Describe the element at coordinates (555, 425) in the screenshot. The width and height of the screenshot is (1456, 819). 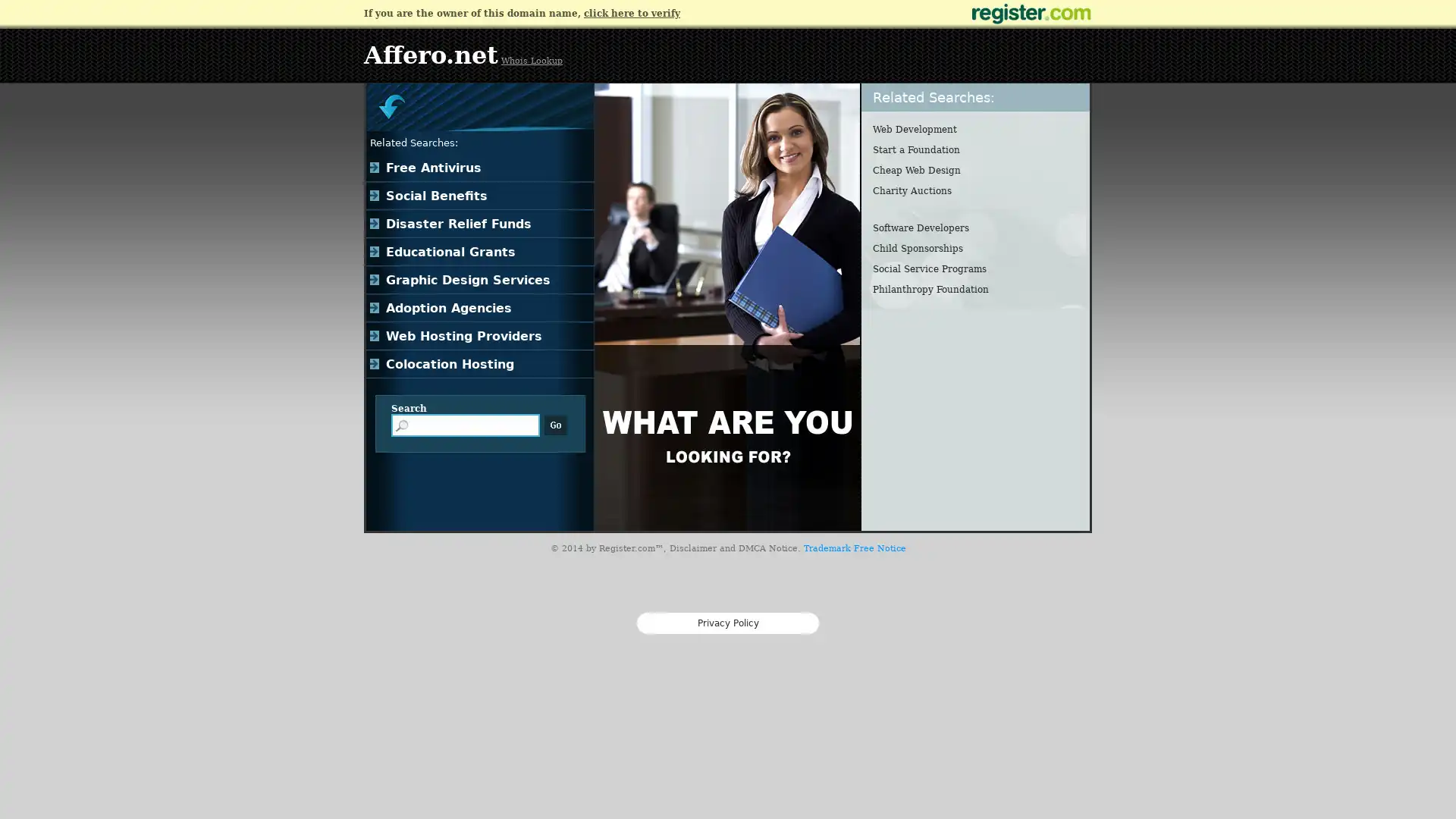
I see `Go` at that location.